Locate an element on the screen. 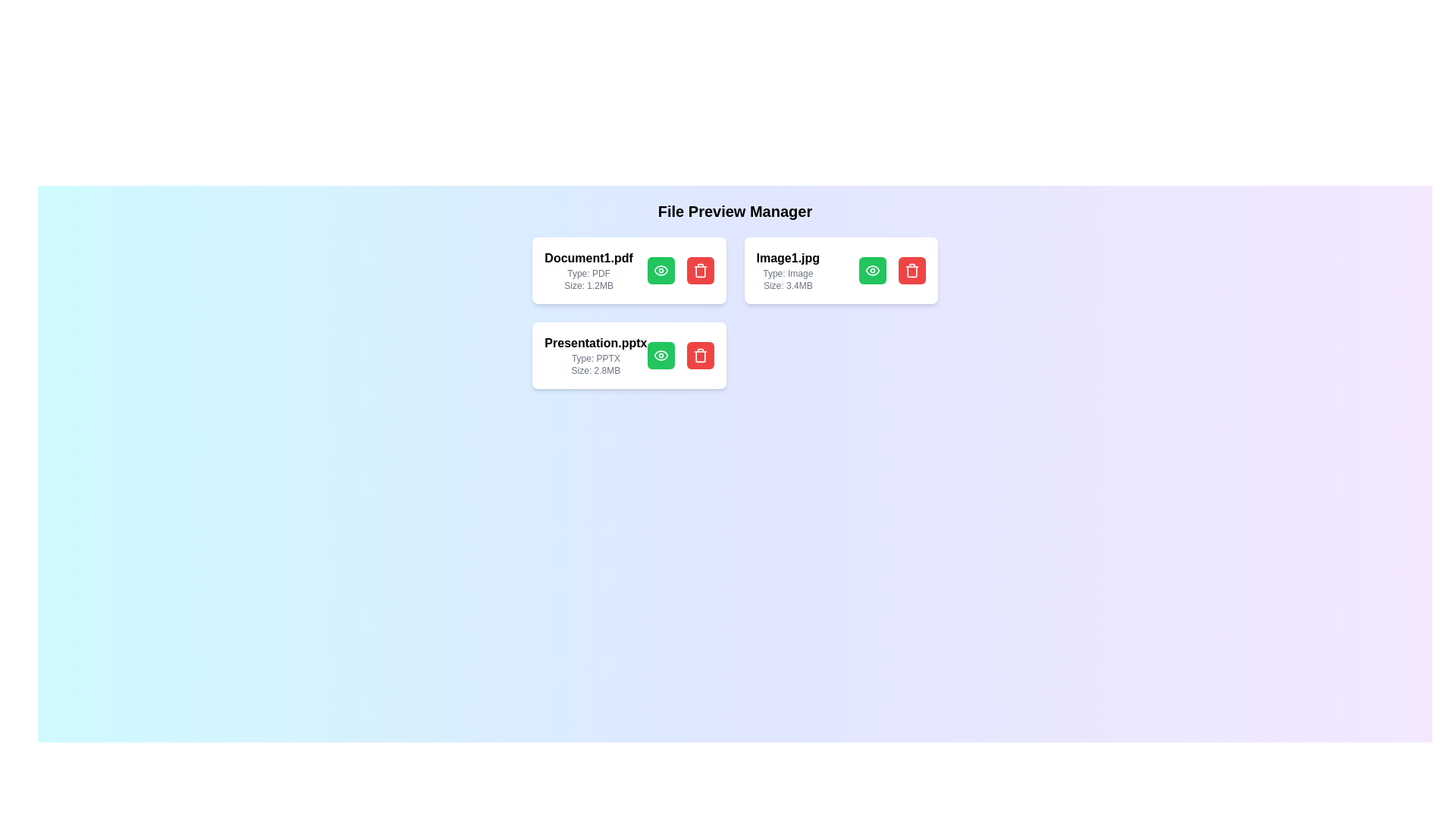  the green button with the eye icon to preview the file associated with 'Presentation.pptx' is located at coordinates (679, 356).